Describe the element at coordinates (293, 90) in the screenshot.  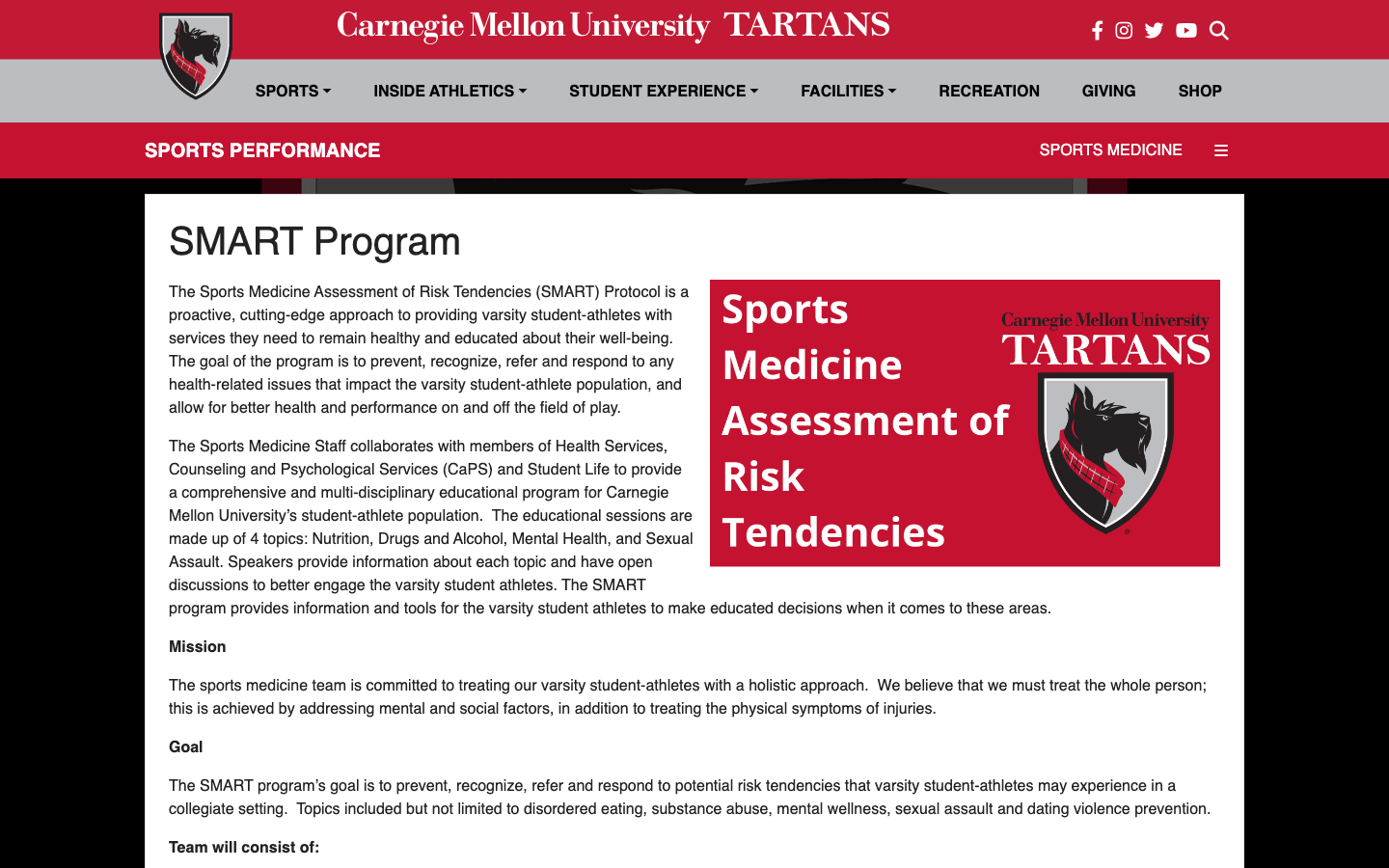
I see `Activate Sports Menu` at that location.